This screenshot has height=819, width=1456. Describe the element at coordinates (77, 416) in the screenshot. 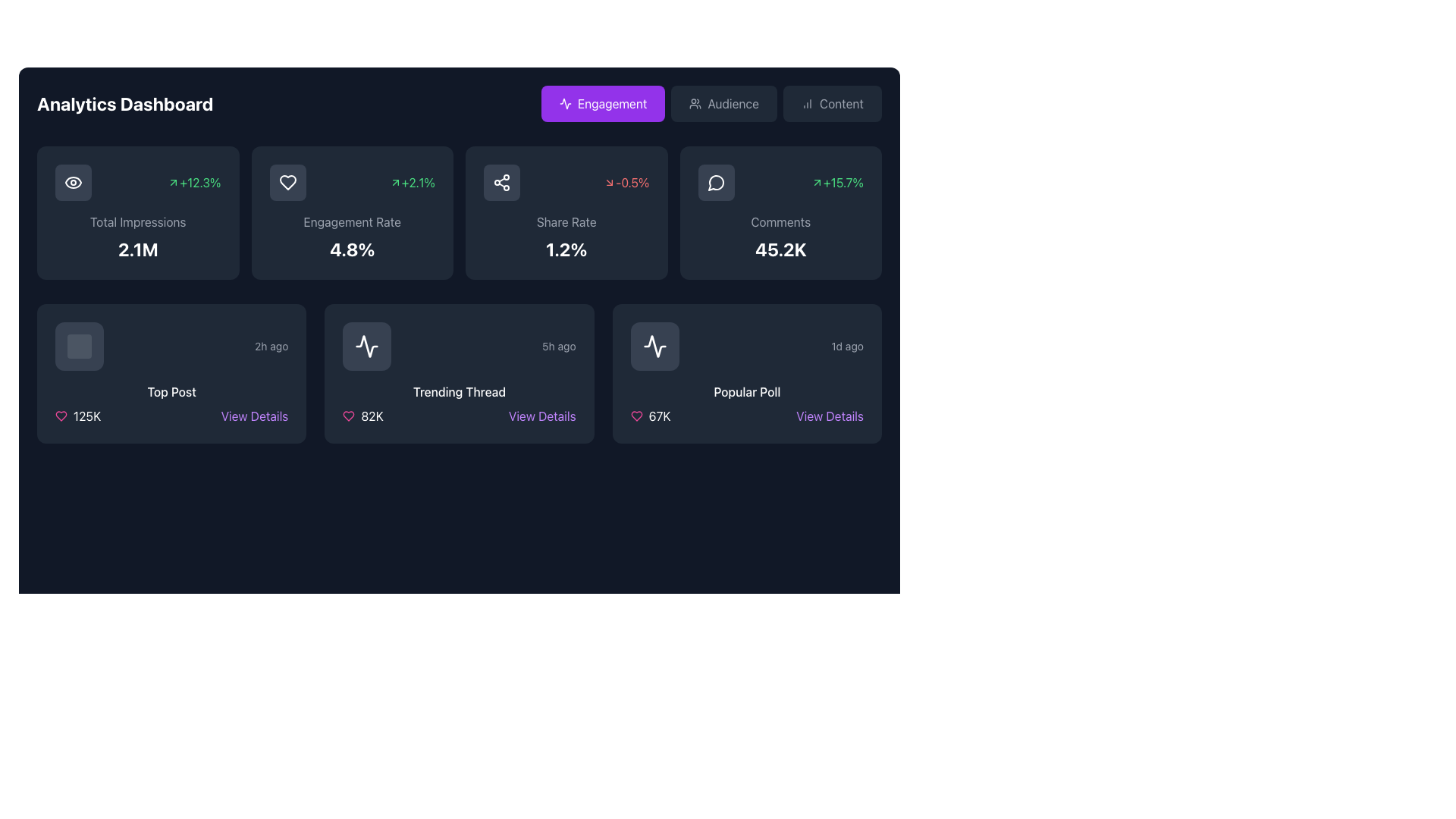

I see `the text label displaying '125K' next to the pink outlined heart icon, which indicates likes or favorites, located in the lower-left quadrant of the interface within the 'Top Post' card component` at that location.